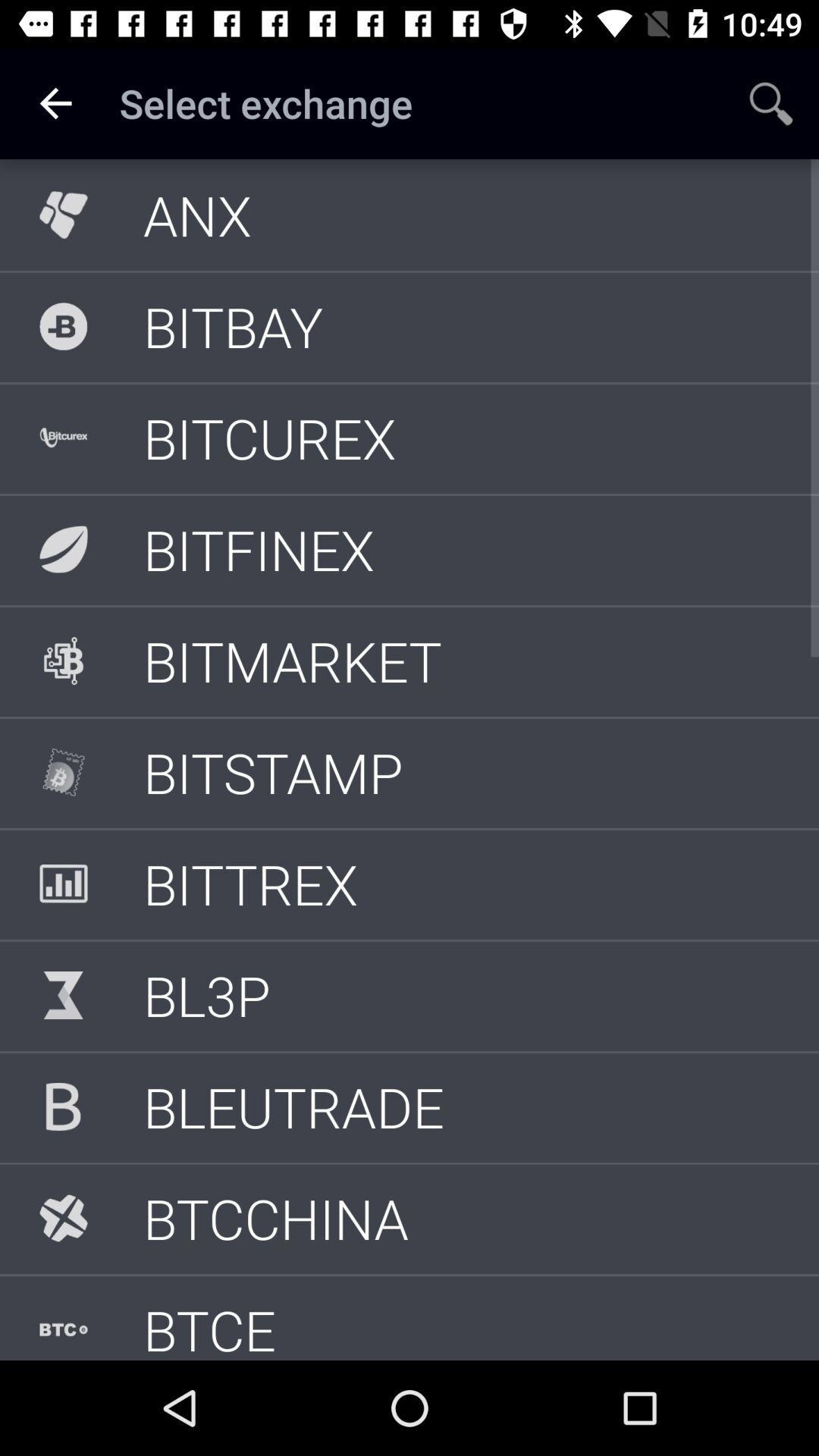 The height and width of the screenshot is (1456, 819). I want to click on app to the right of the select exchange, so click(771, 102).